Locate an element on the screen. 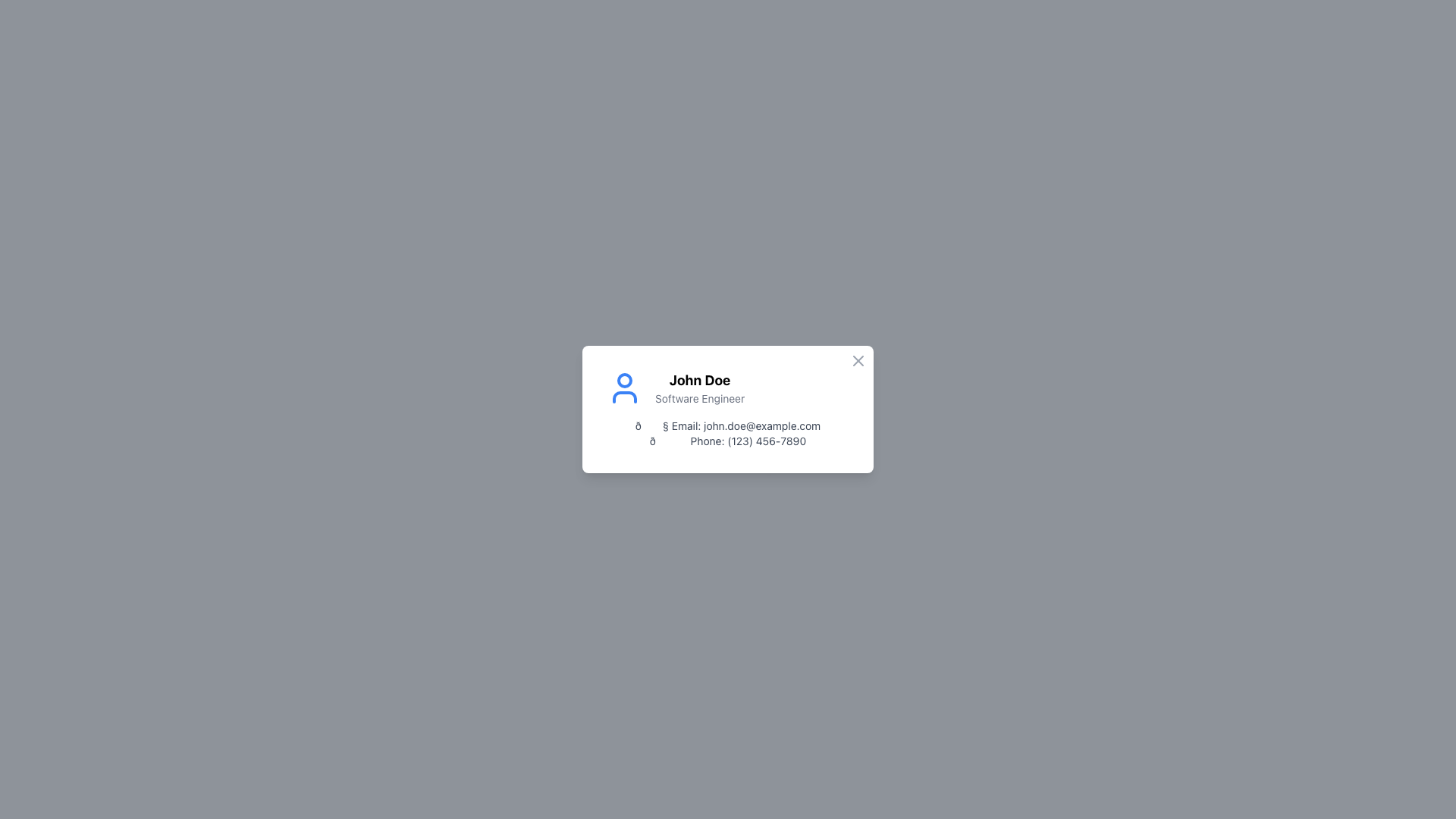 The height and width of the screenshot is (819, 1456). the text label displaying 'Software Engineer', which is styled in gray and positioned beneath 'John Doe' in the upper section of a card layout is located at coordinates (699, 397).